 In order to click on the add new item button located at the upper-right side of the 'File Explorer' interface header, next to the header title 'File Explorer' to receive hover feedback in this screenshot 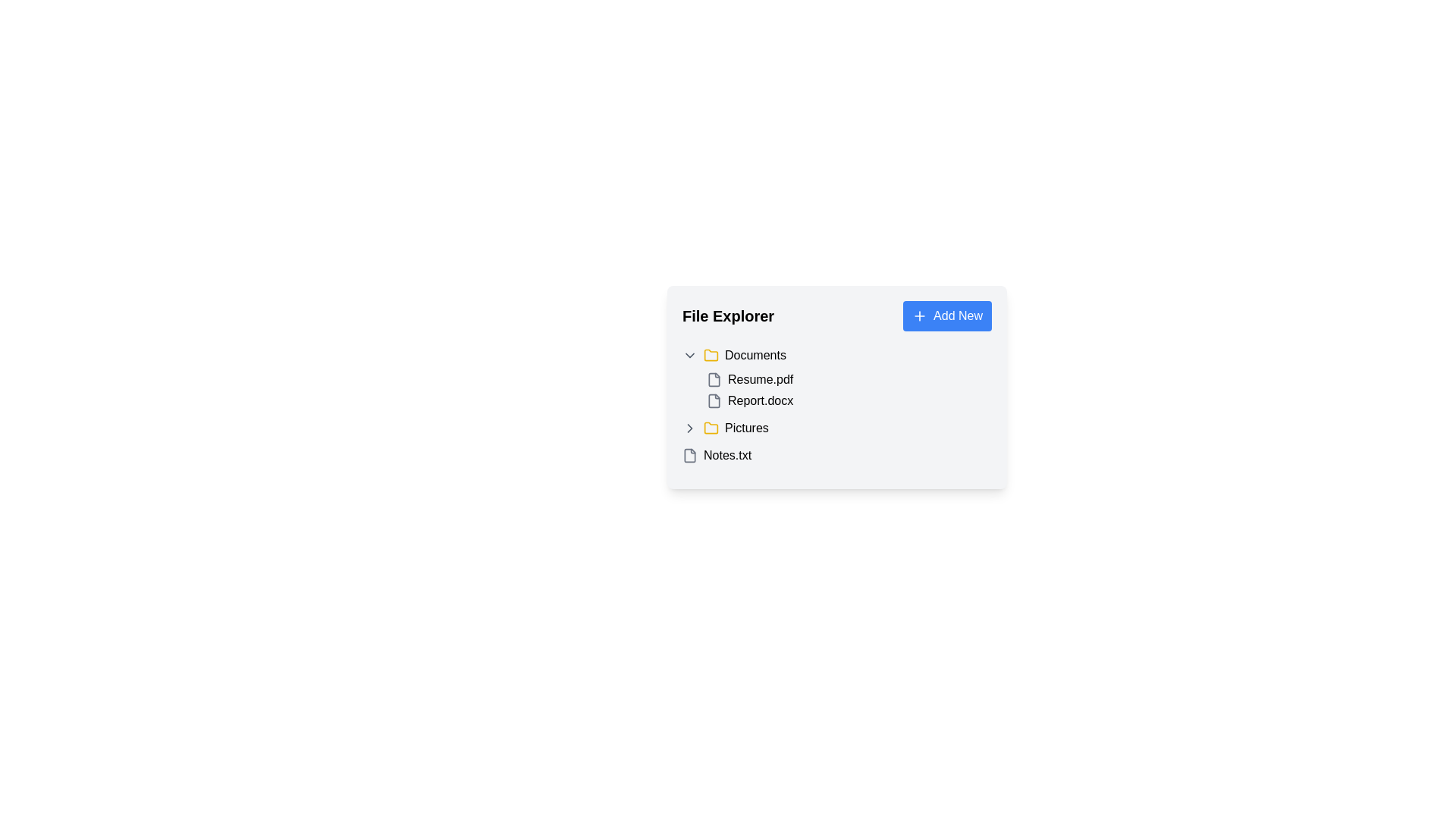, I will do `click(946, 315)`.